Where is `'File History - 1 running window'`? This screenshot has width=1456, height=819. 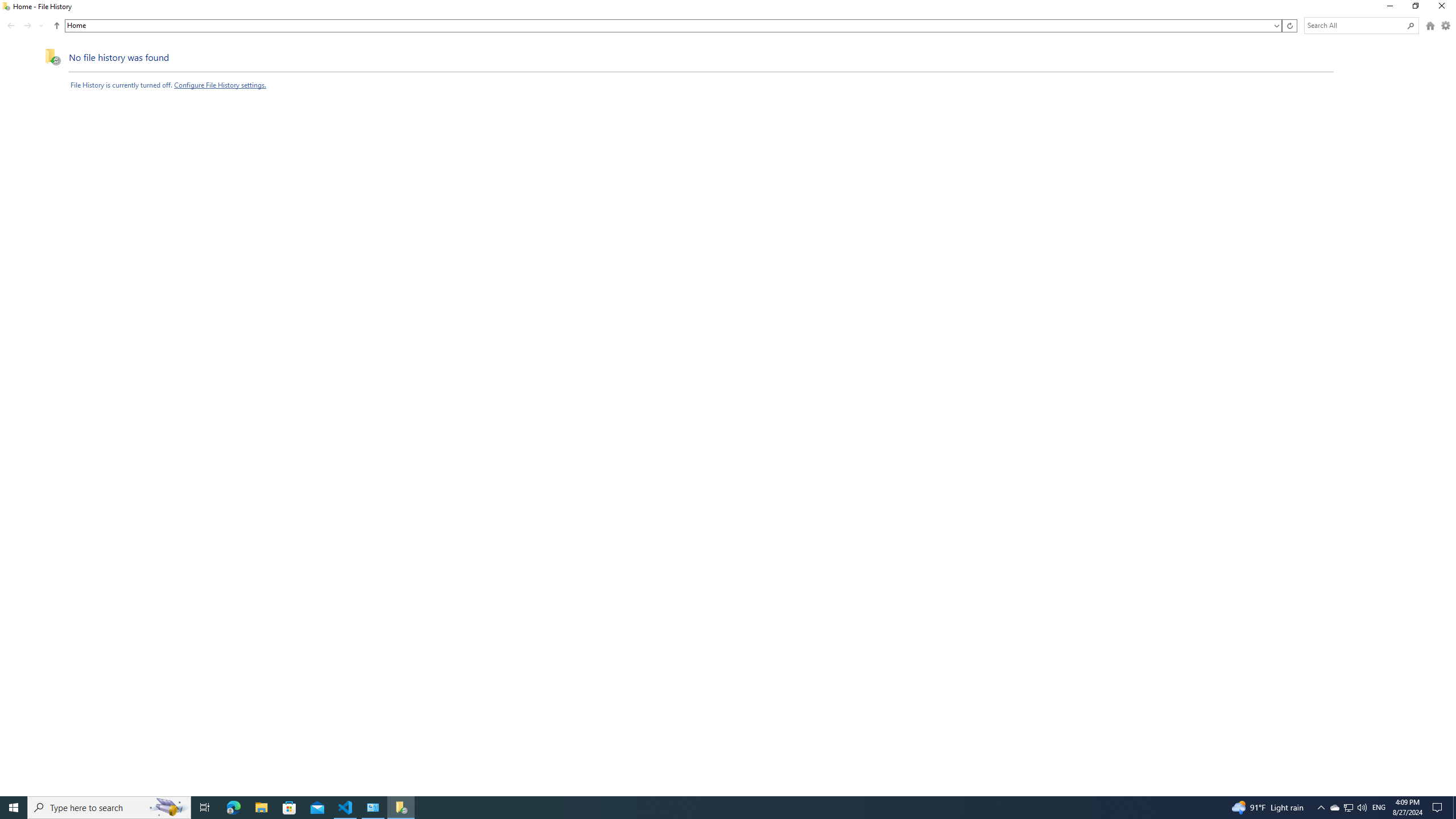 'File History - 1 running window' is located at coordinates (401, 806).